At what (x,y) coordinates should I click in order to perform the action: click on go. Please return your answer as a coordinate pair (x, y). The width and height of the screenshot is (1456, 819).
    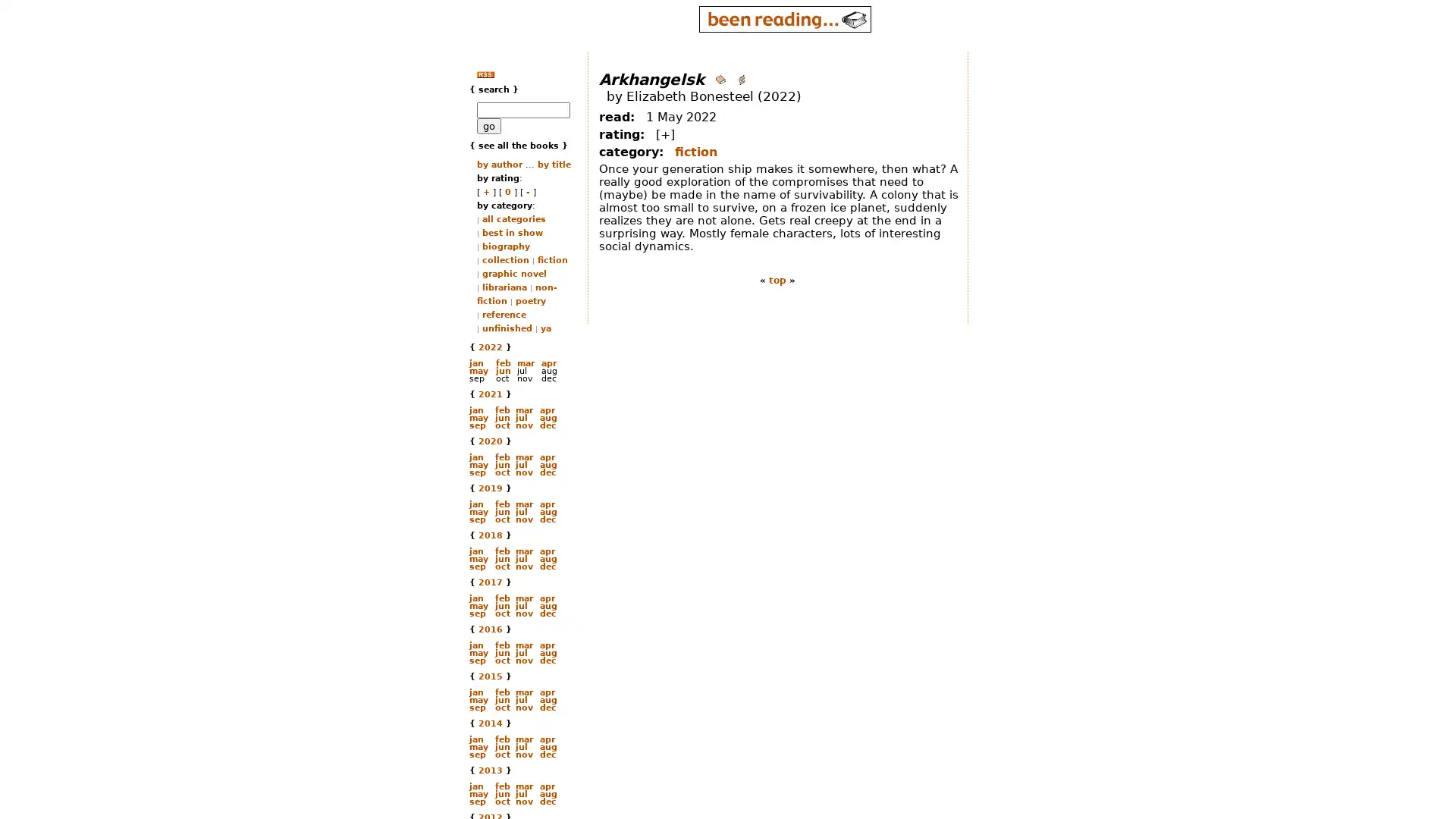
    Looking at the image, I should click on (488, 125).